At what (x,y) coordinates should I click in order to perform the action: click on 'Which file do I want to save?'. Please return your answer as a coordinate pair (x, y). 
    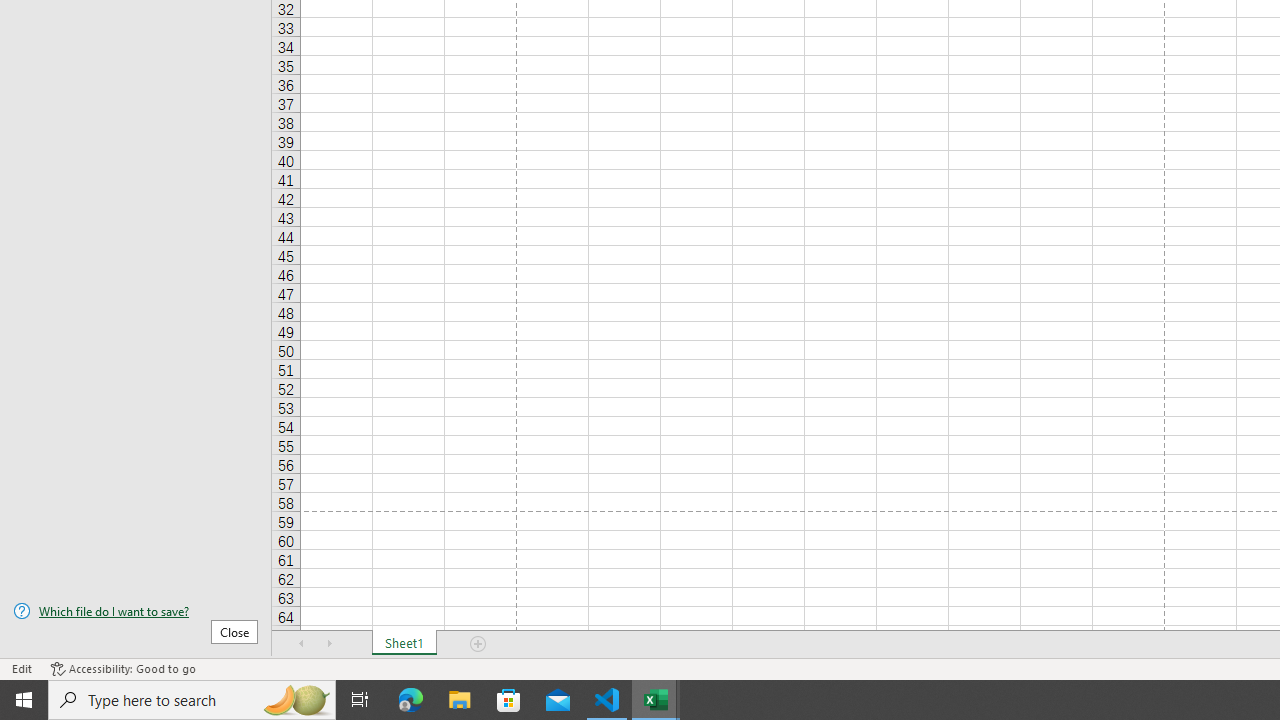
    Looking at the image, I should click on (135, 610).